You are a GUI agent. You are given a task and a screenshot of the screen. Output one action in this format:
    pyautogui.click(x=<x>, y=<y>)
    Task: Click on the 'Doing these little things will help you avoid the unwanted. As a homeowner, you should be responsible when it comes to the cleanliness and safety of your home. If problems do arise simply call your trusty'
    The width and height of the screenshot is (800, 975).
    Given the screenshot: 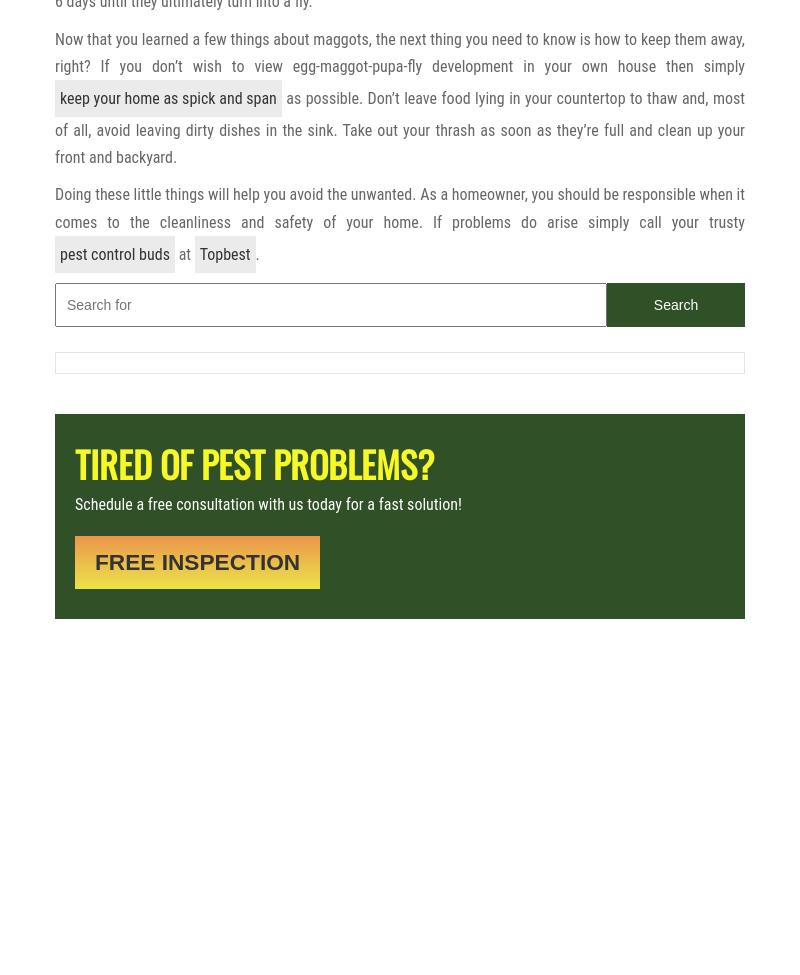 What is the action you would take?
    pyautogui.click(x=400, y=207)
    